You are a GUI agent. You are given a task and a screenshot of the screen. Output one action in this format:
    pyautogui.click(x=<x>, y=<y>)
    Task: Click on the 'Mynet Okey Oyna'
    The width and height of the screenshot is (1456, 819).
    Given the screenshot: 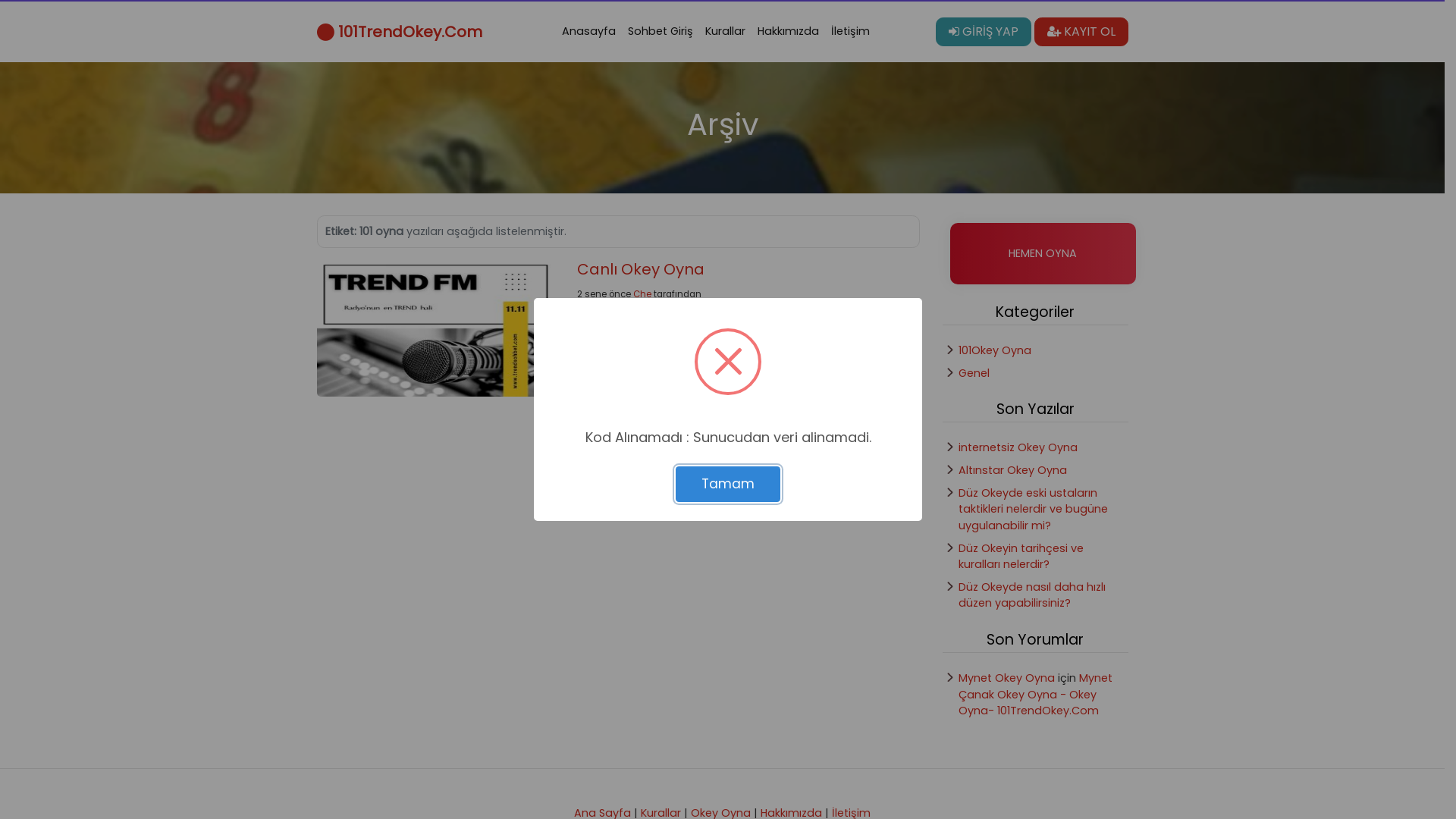 What is the action you would take?
    pyautogui.click(x=1006, y=677)
    